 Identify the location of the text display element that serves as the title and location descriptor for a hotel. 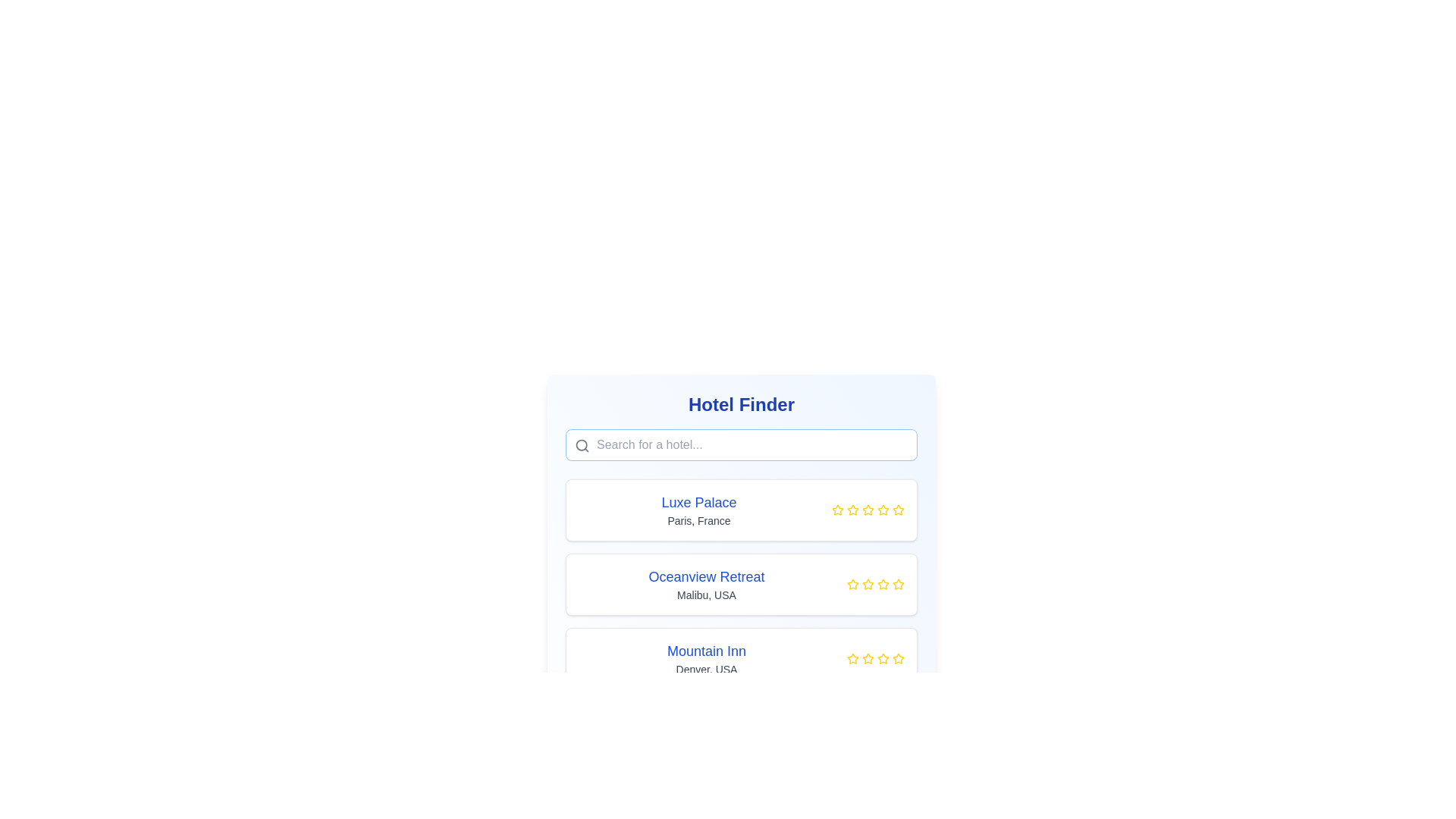
(698, 510).